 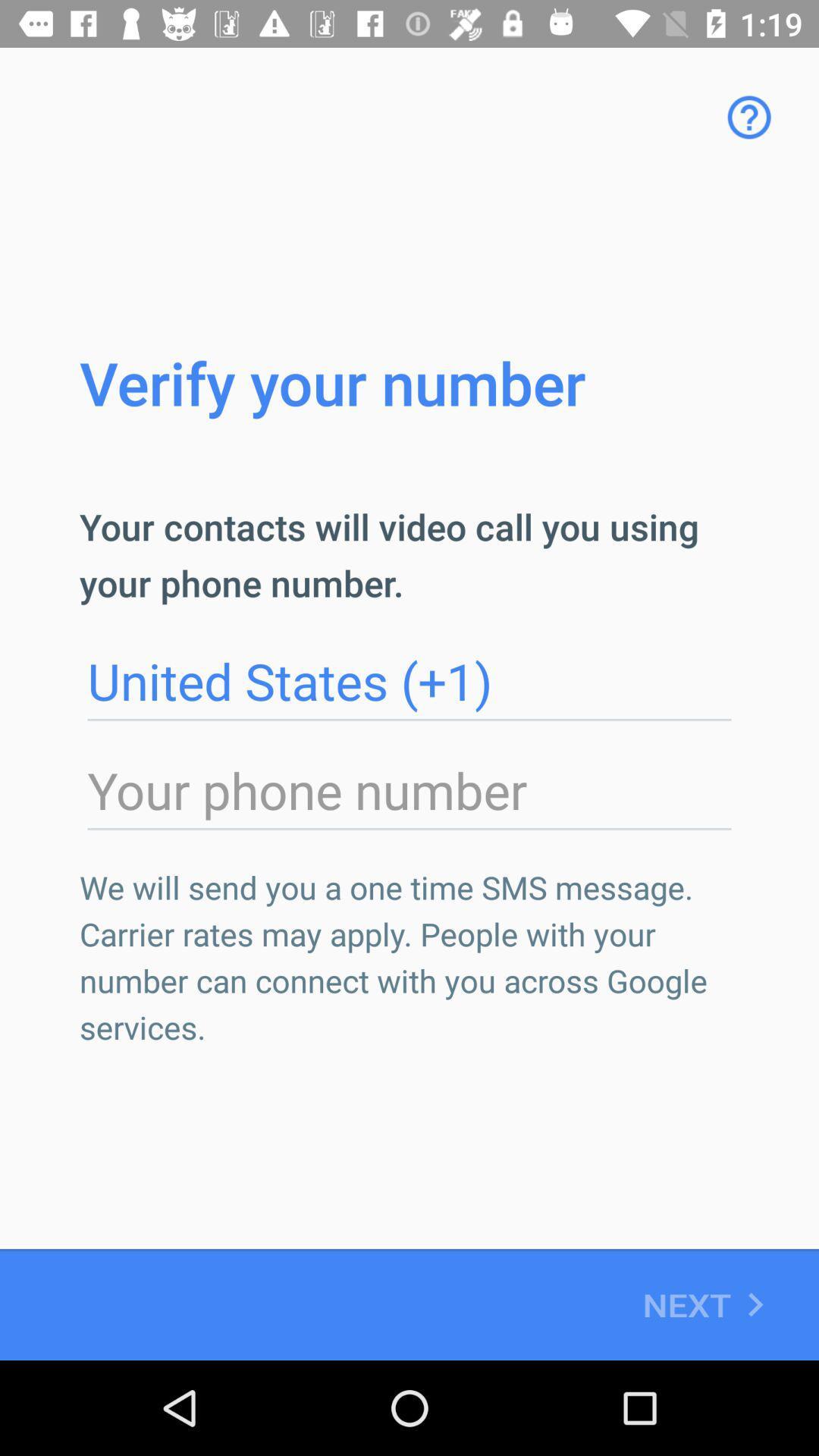 I want to click on phone number, so click(x=409, y=790).